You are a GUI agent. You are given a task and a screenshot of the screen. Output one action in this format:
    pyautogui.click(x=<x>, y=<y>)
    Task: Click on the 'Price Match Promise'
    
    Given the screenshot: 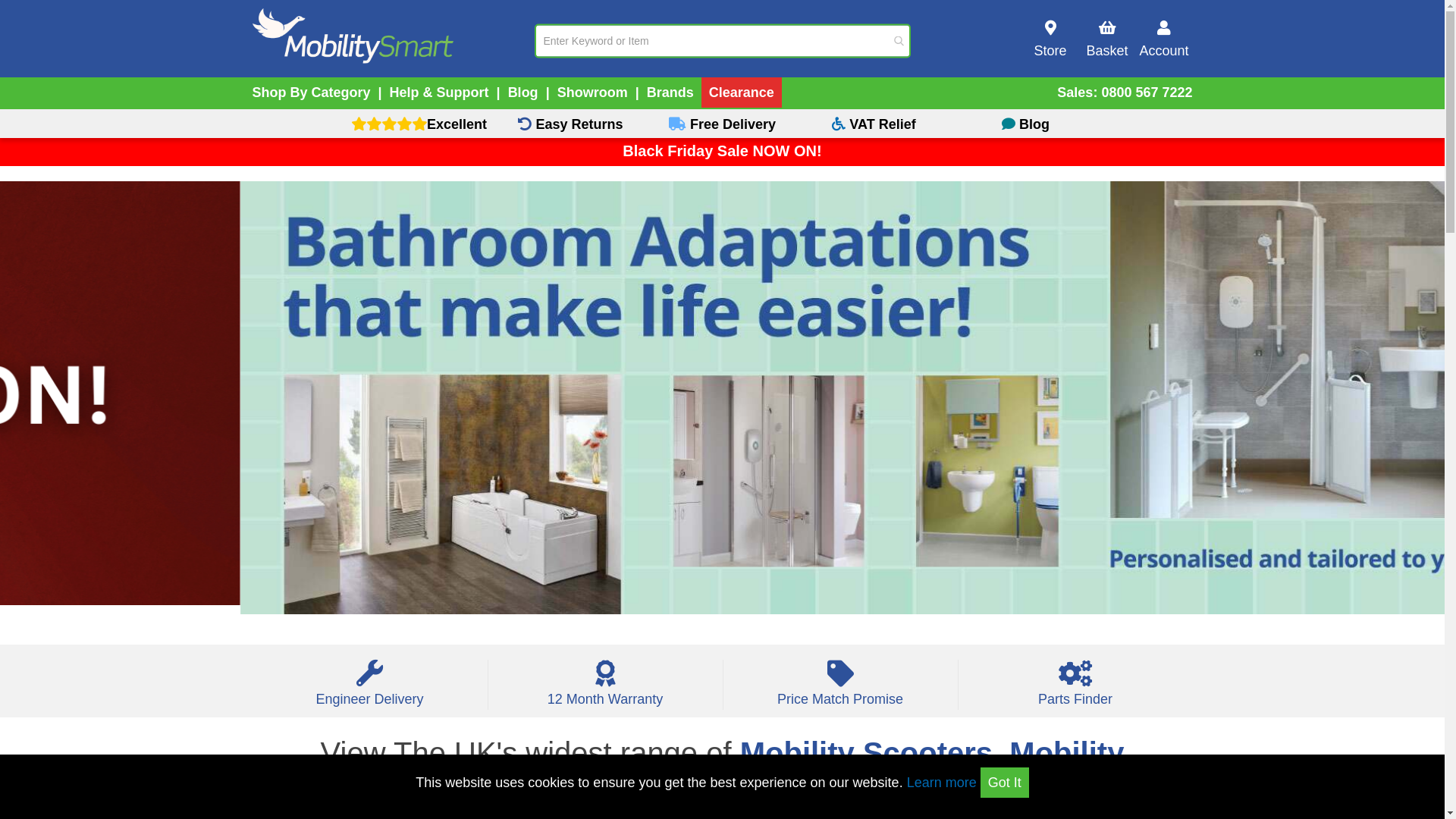 What is the action you would take?
    pyautogui.click(x=839, y=690)
    